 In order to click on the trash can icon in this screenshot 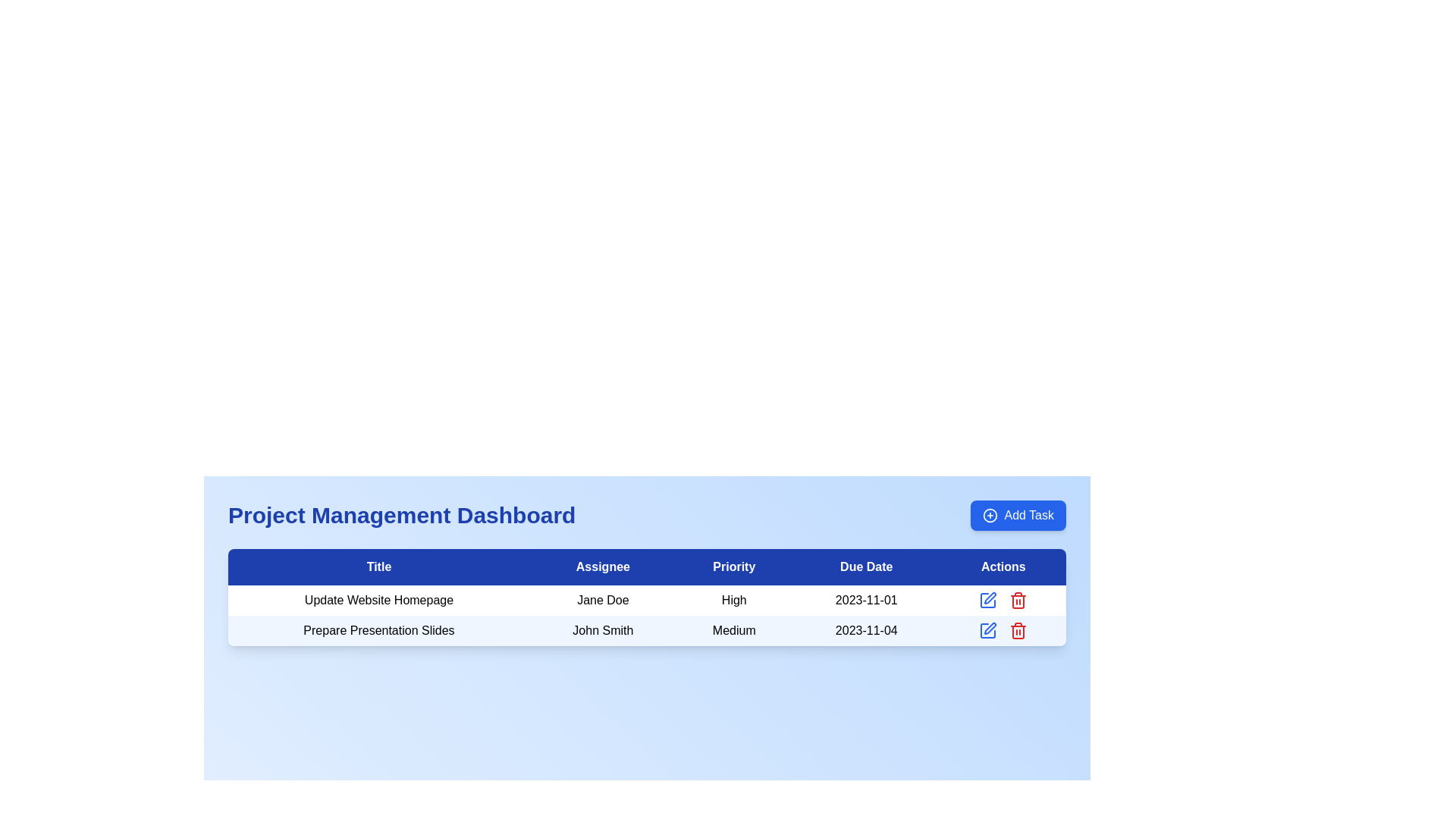, I will do `click(1018, 631)`.